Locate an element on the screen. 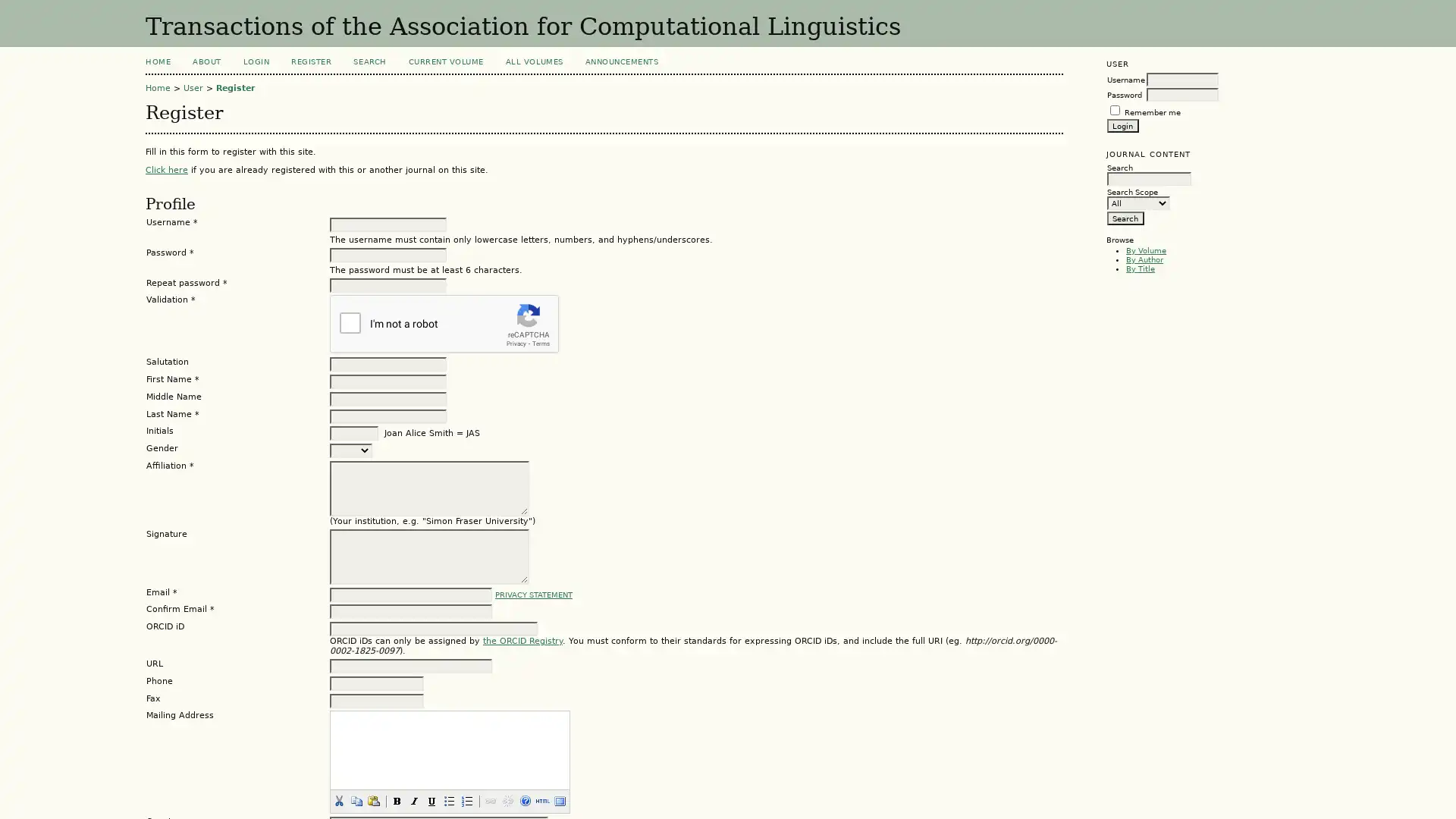  Toggle Full Screen Mode is located at coordinates (559, 800).